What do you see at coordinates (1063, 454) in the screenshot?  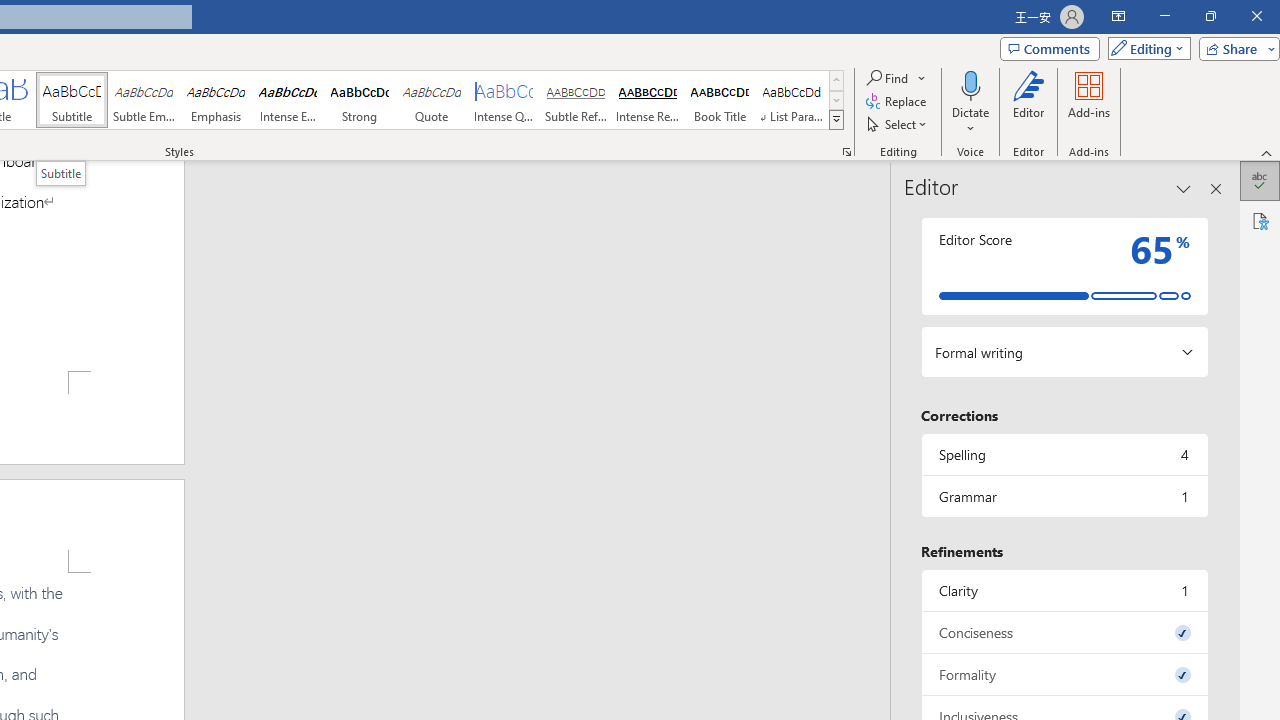 I see `'Spelling, 4 issues. Press space or enter to review items.'` at bounding box center [1063, 454].